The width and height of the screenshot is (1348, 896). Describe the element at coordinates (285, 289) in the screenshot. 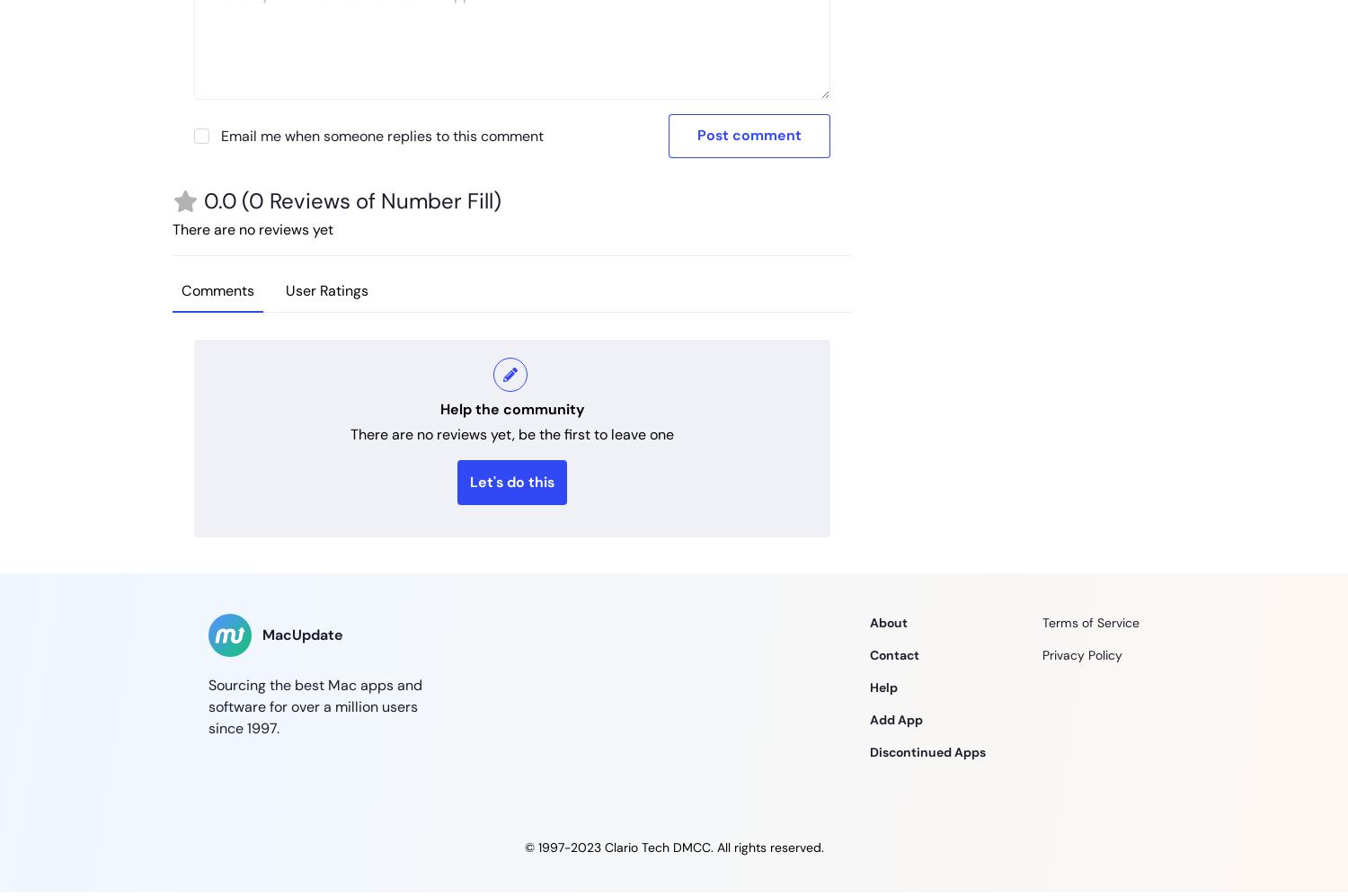

I see `'User Ratings'` at that location.